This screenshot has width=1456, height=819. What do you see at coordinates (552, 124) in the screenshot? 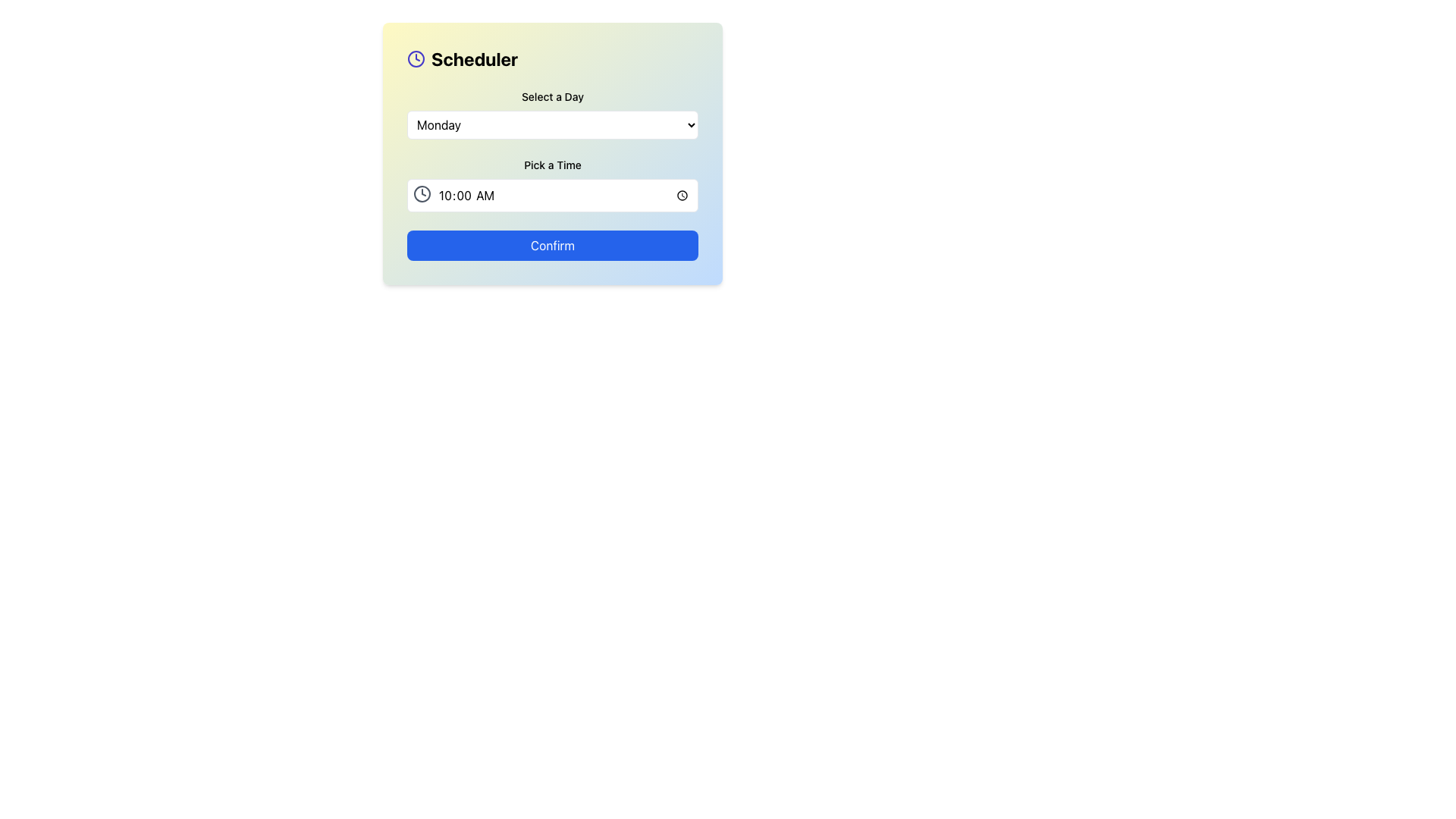
I see `the dropdown menu displaying 'Monday'` at bounding box center [552, 124].